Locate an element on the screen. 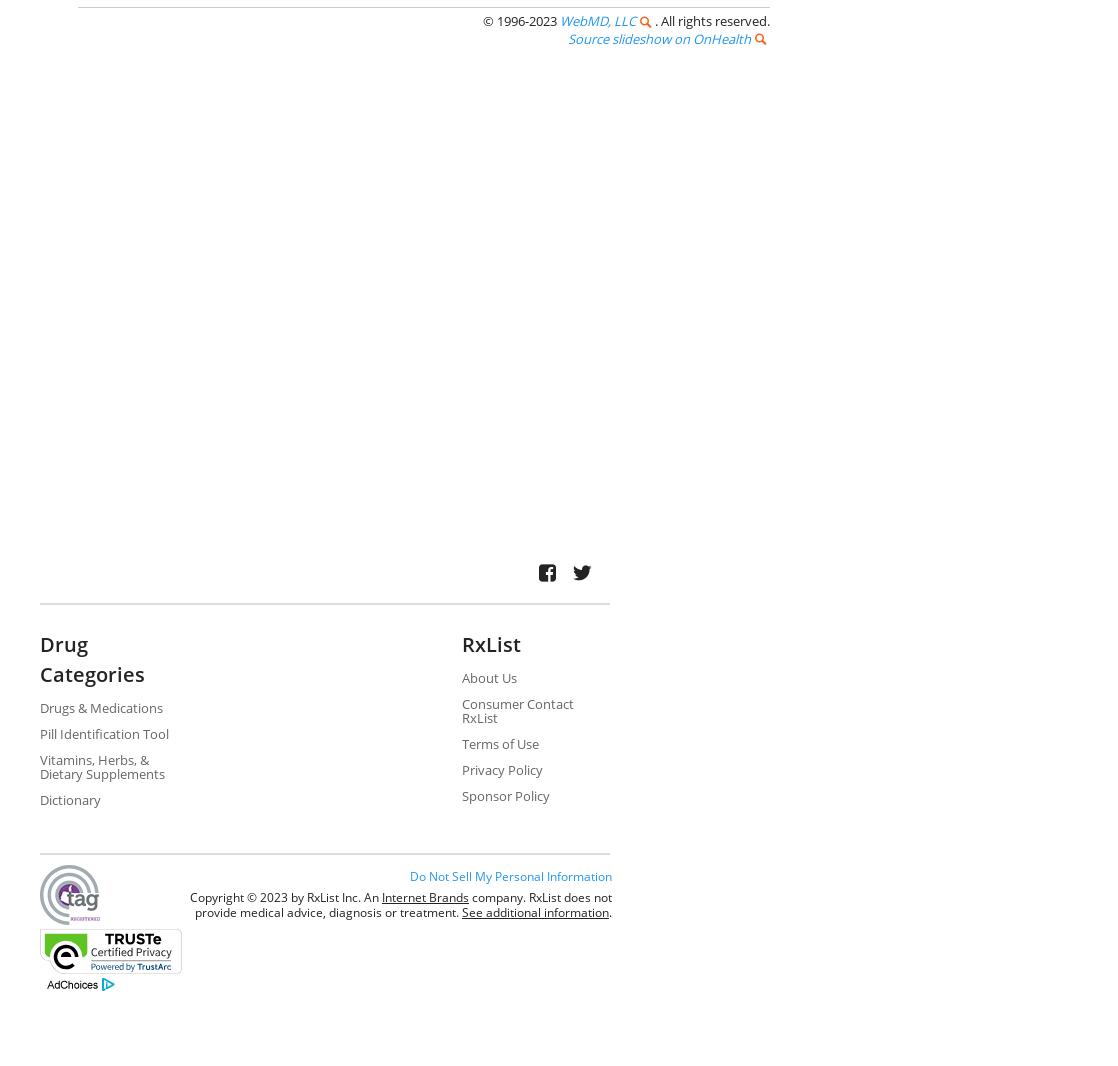  'Terms of Use' is located at coordinates (498, 742).